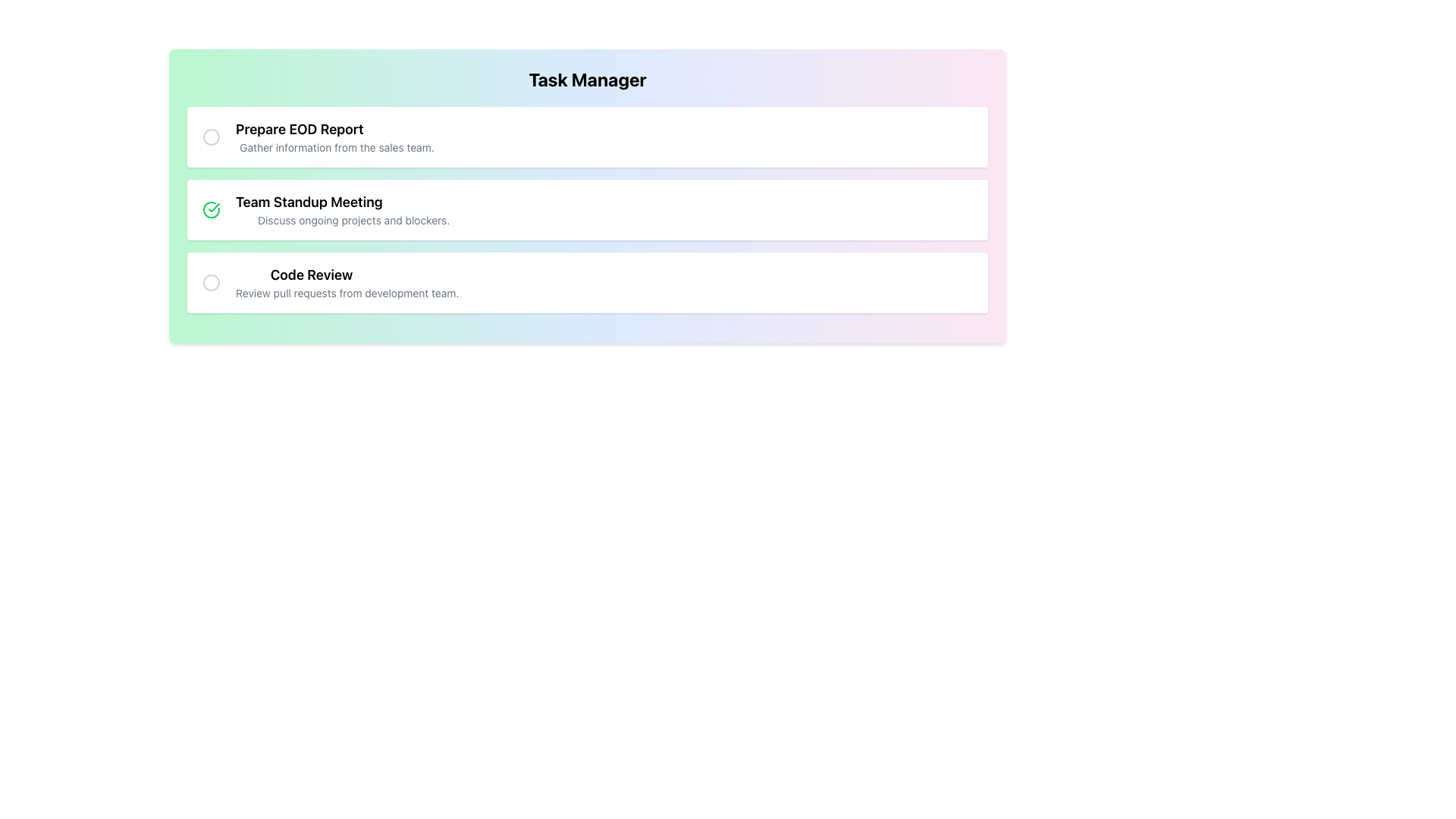 The image size is (1456, 819). What do you see at coordinates (210, 283) in the screenshot?
I see `the circular checkbox indicator for the 'Code Review' entry` at bounding box center [210, 283].